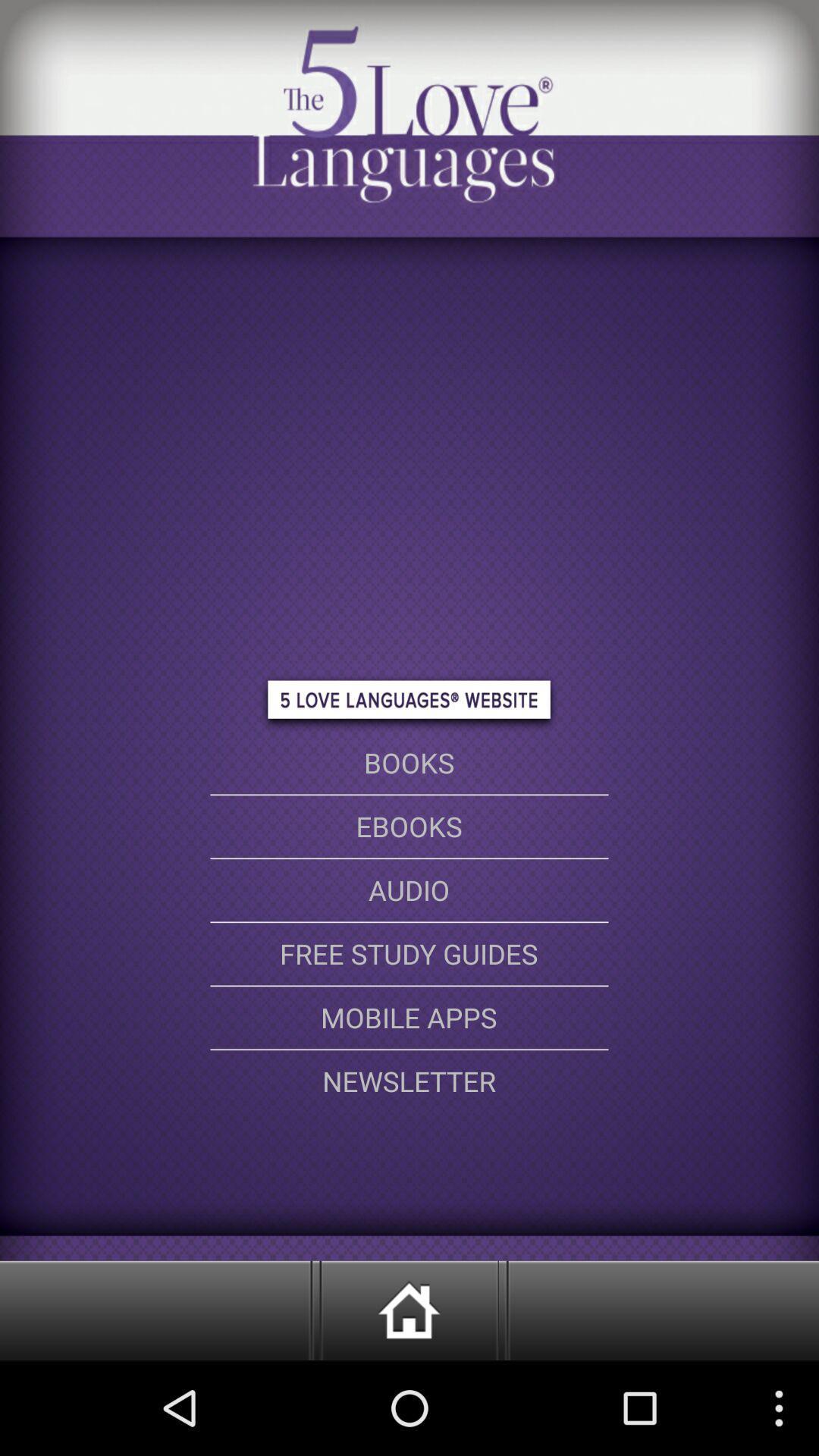 This screenshot has width=819, height=1456. Describe the element at coordinates (409, 702) in the screenshot. I see `the button above book` at that location.